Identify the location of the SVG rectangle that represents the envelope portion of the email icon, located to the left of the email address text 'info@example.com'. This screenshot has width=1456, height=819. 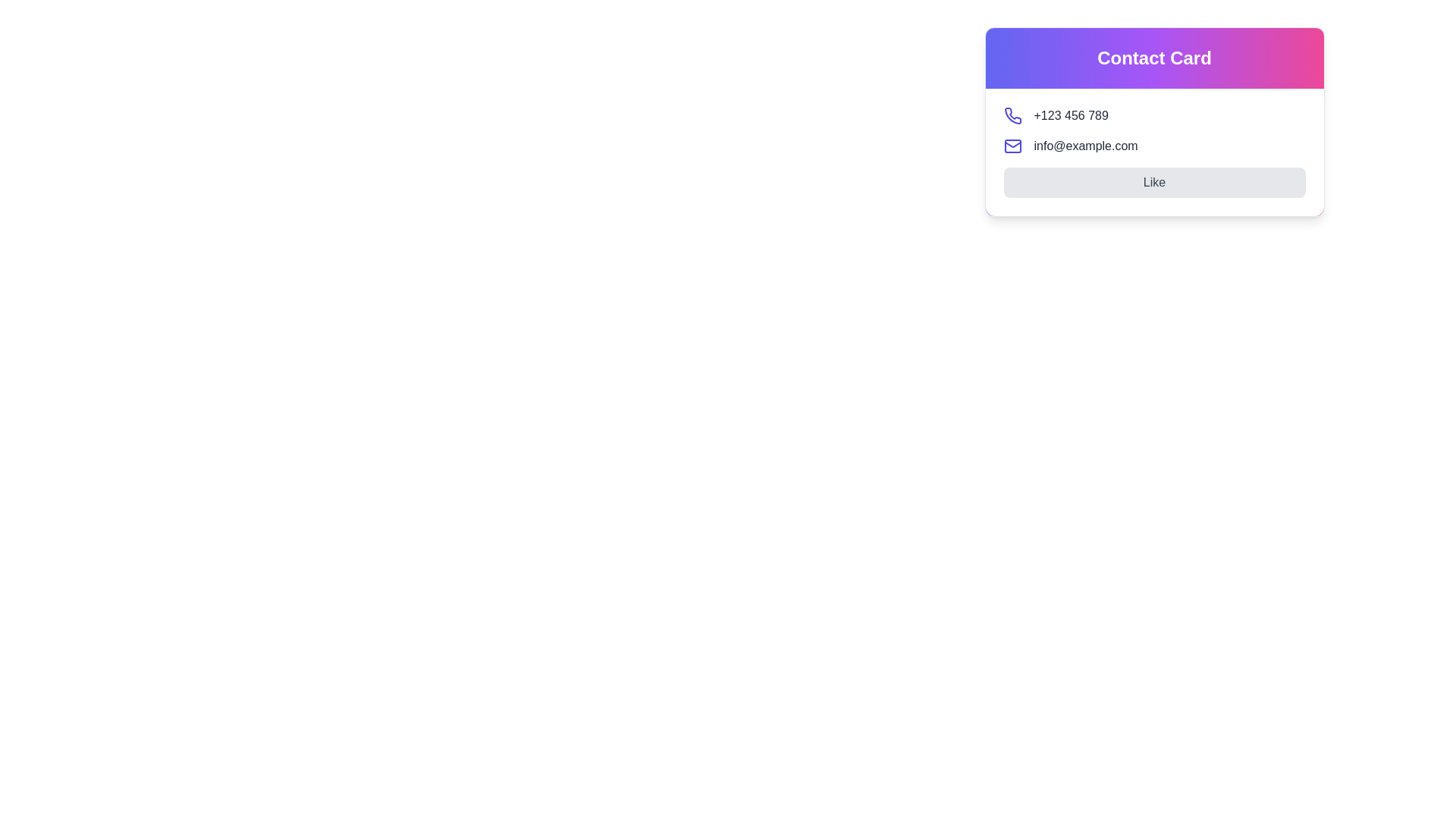
(1012, 146).